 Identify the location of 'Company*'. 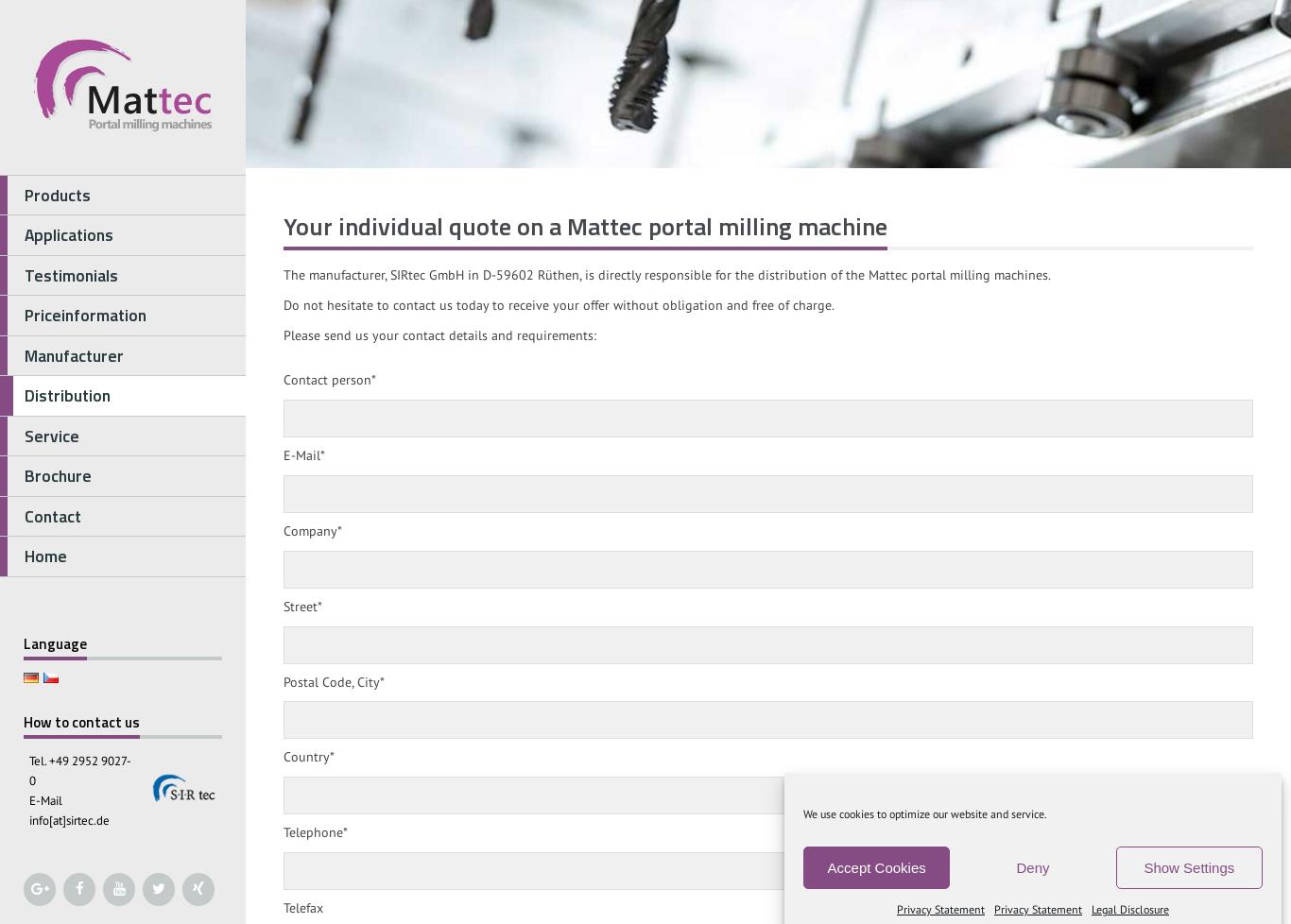
(312, 529).